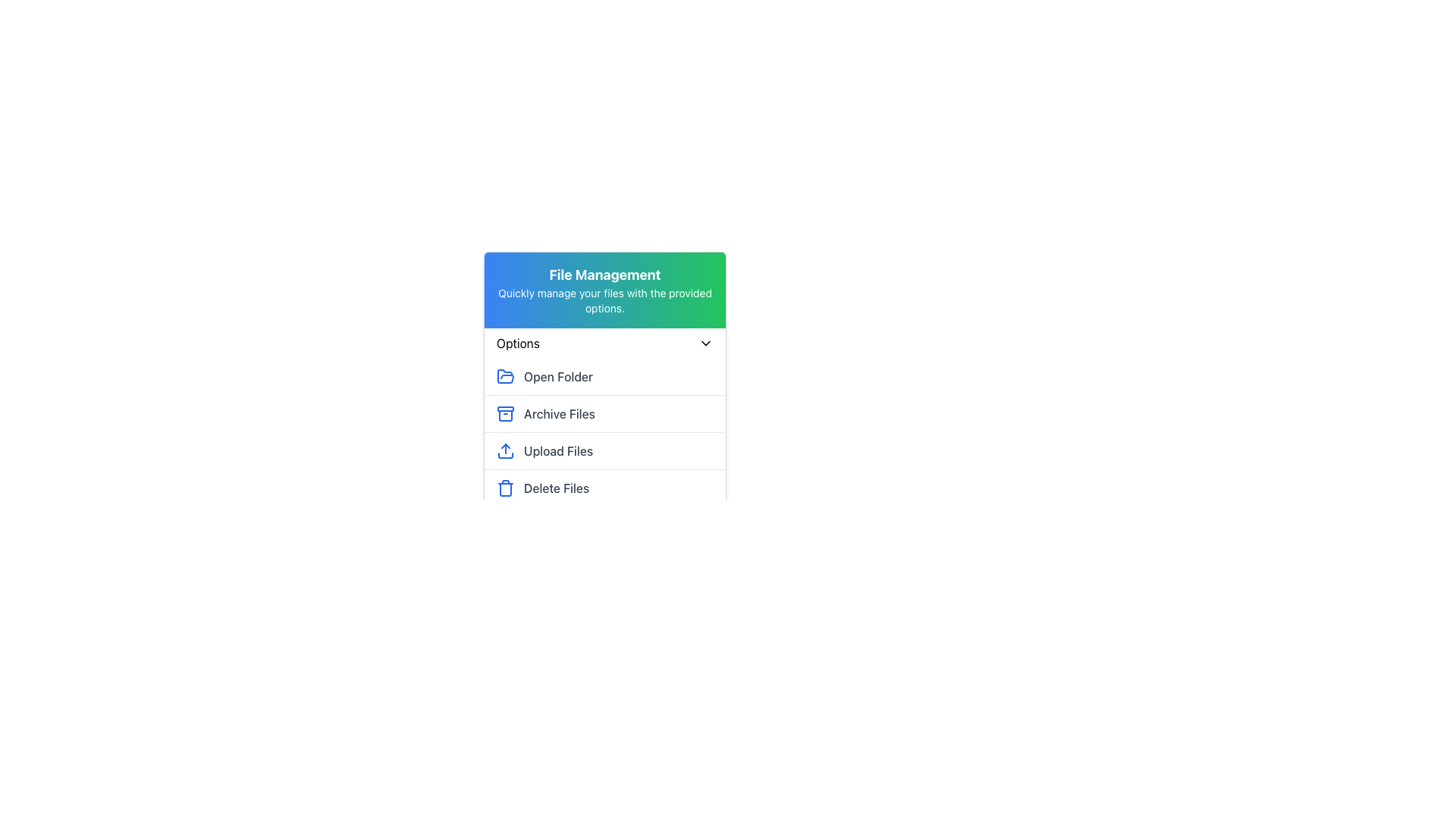 This screenshot has height=819, width=1456. Describe the element at coordinates (506, 408) in the screenshot. I see `the thin rectangular shape with rounded corners that represents the lid of the archive box icon` at that location.